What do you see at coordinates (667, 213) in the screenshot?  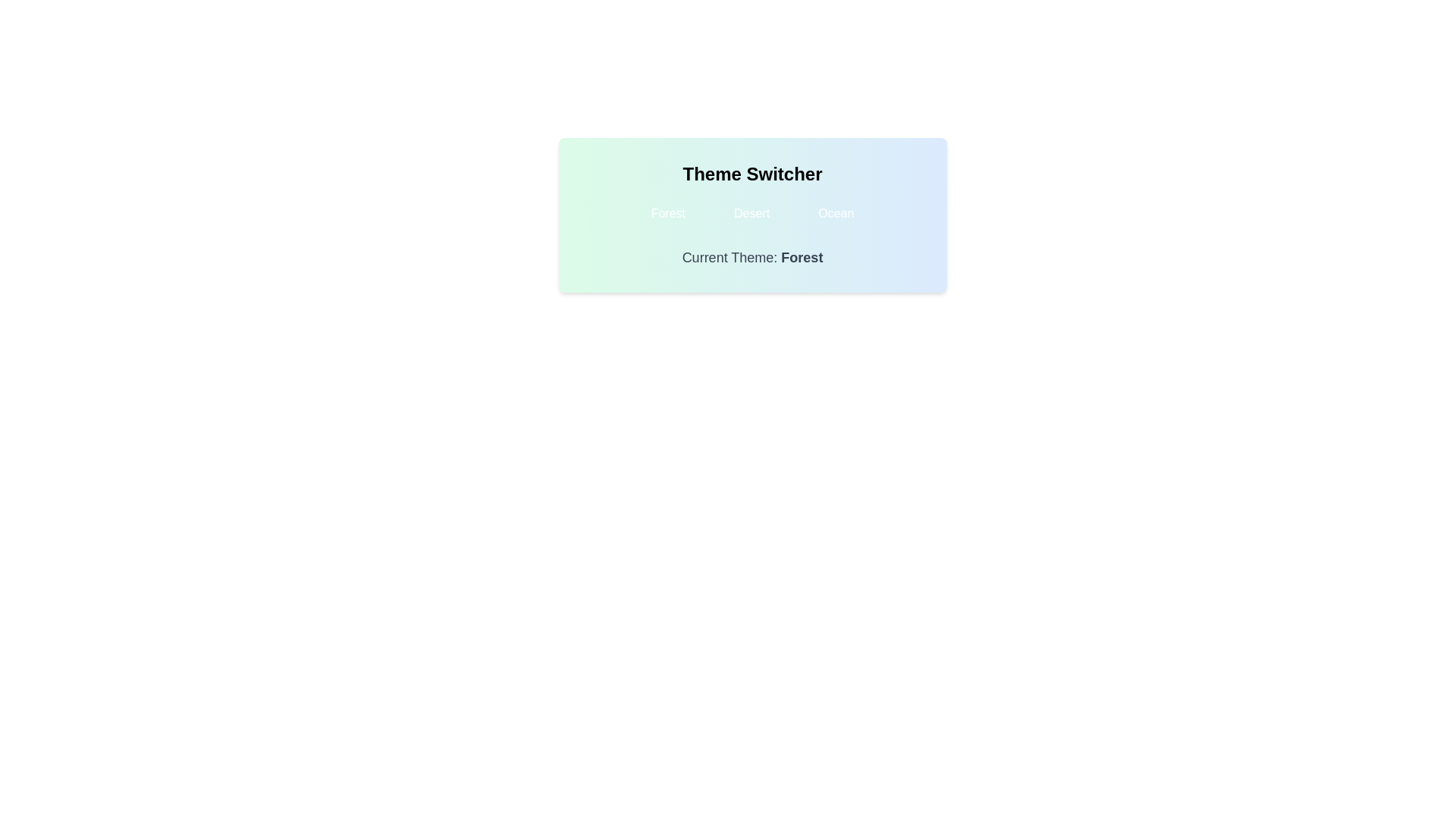 I see `the theme button labeled Forest to change the theme` at bounding box center [667, 213].